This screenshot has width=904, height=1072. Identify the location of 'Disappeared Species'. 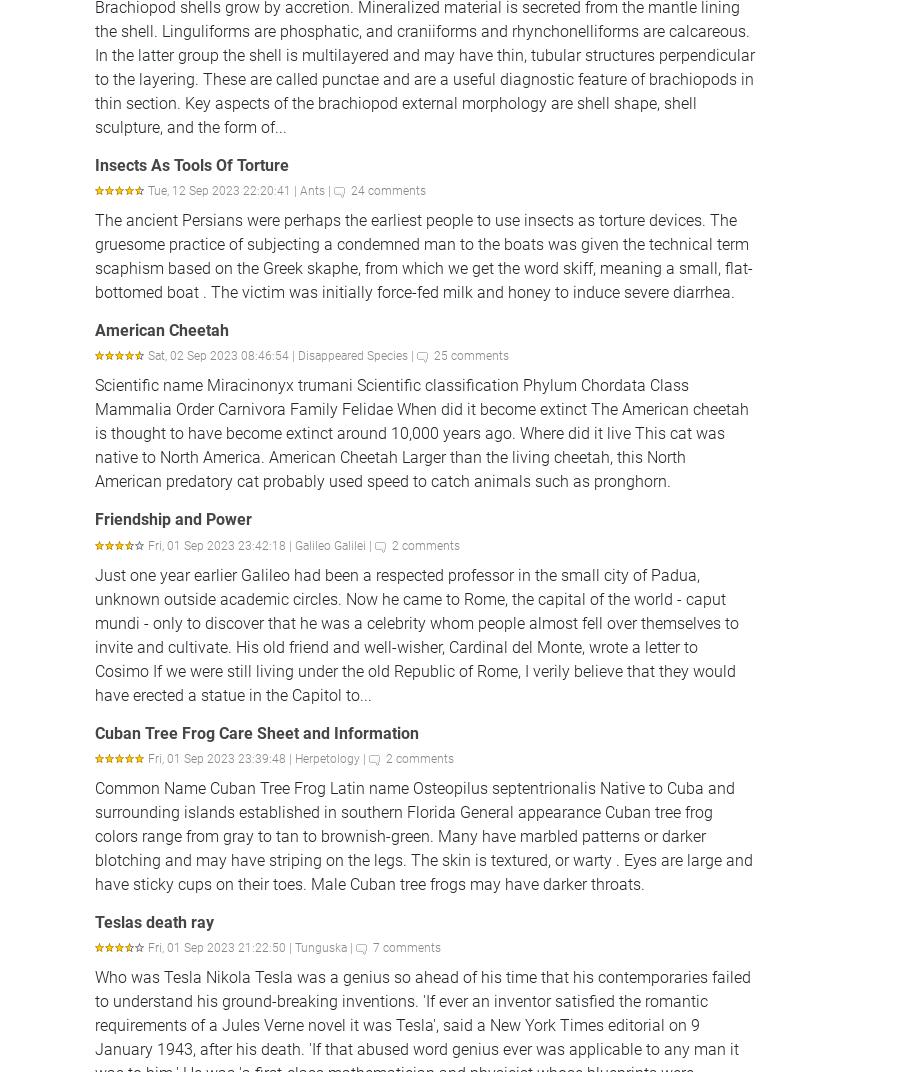
(352, 356).